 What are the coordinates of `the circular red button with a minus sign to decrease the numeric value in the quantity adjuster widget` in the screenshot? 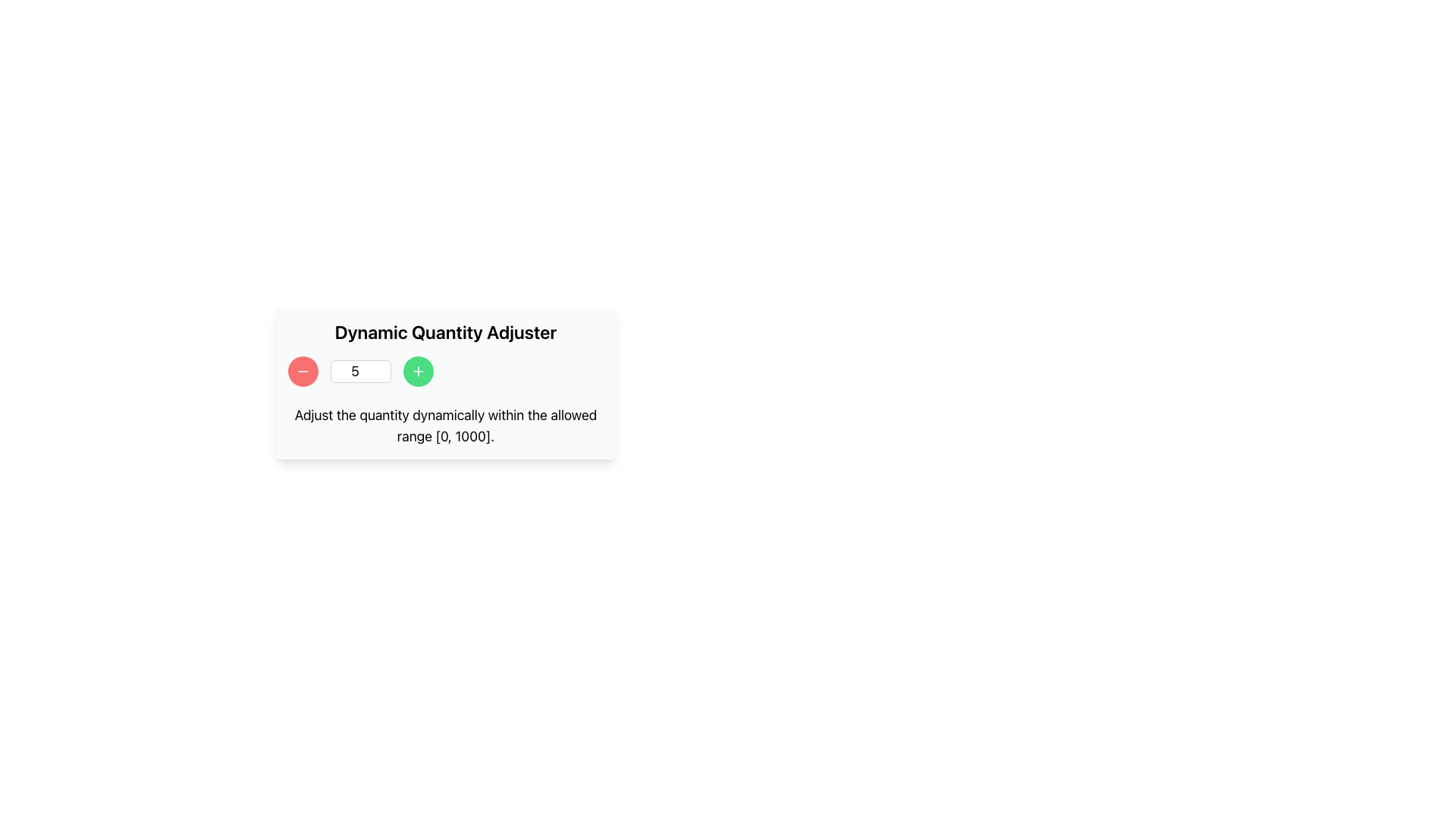 It's located at (303, 371).